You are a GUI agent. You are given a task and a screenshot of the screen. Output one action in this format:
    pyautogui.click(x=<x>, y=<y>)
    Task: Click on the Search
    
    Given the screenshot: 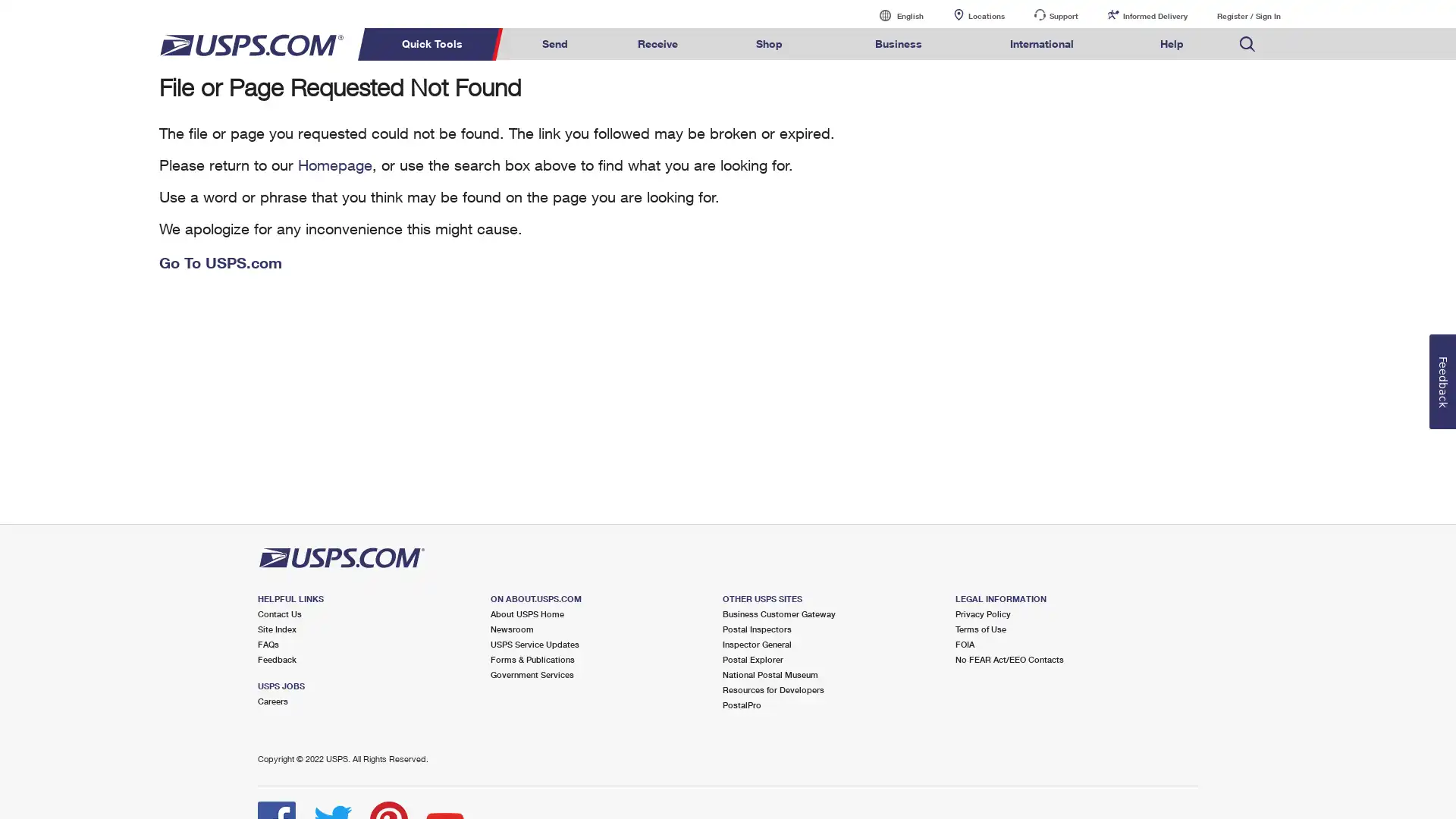 What is the action you would take?
    pyautogui.click(x=1051, y=382)
    